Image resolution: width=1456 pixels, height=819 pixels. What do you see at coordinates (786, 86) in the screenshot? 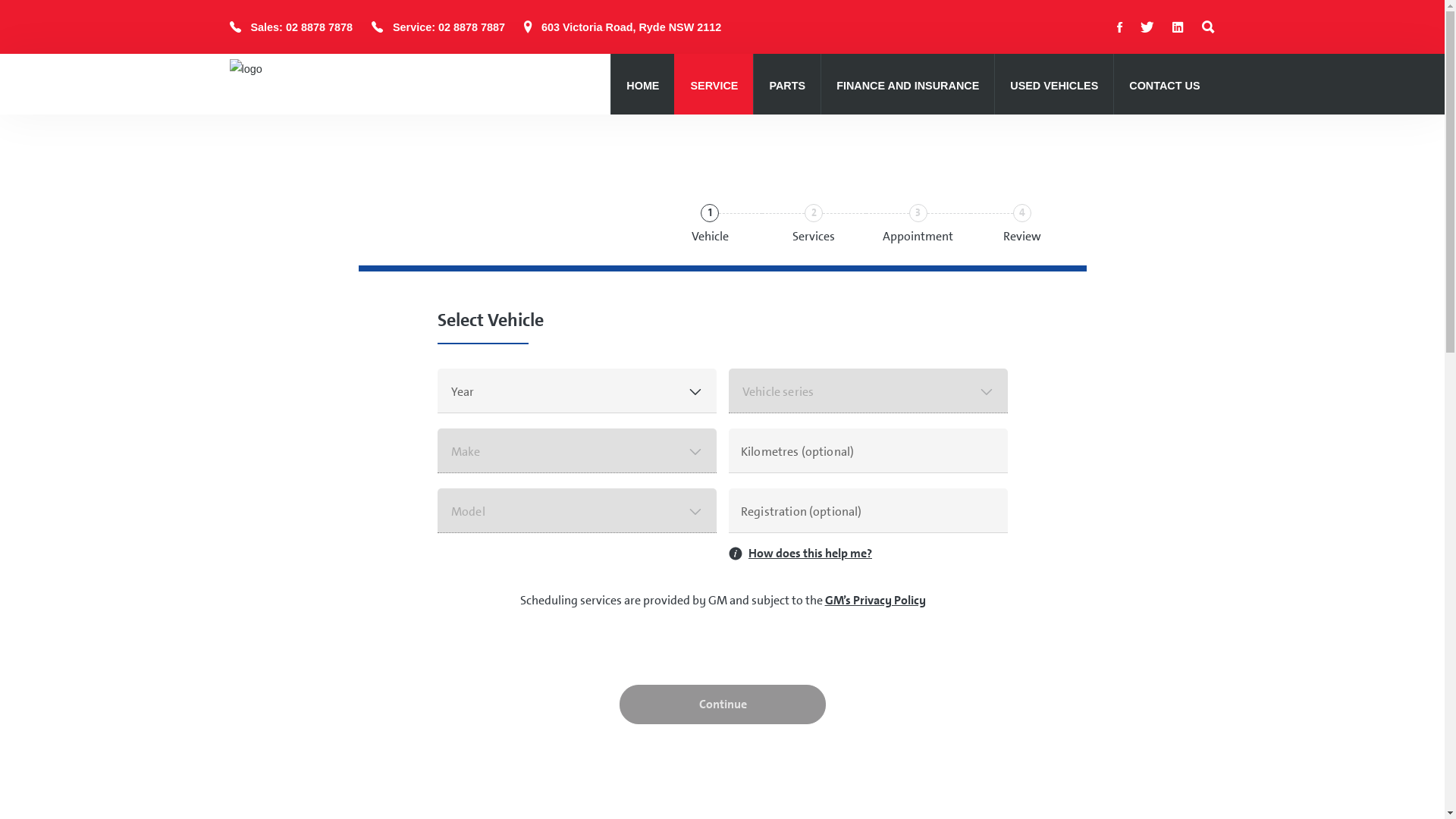
I see `'PARTS'` at bounding box center [786, 86].